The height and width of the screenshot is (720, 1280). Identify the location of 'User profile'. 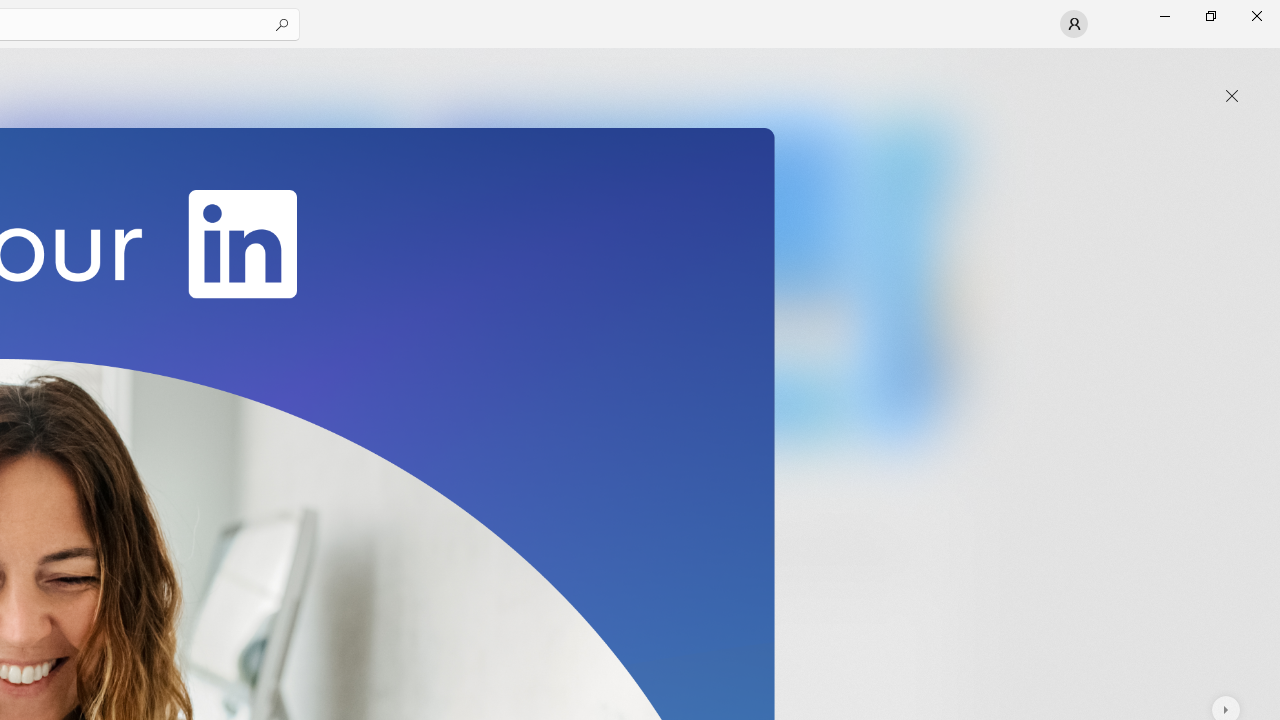
(1072, 24).